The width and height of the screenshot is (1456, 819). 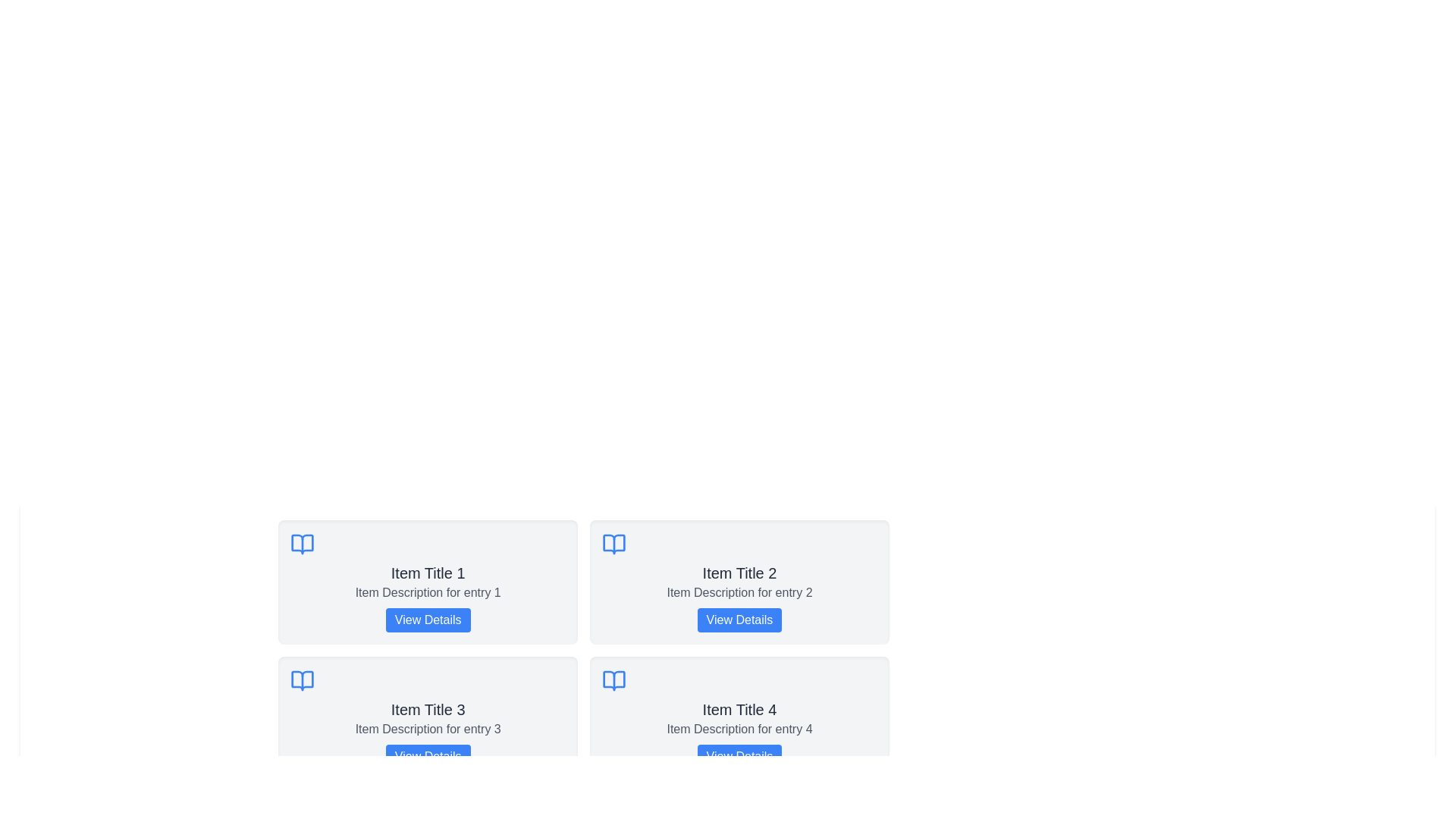 I want to click on the non-interactive text label providing additional information for 'Item Title 2', located in the middle section of the second card in the grid, so click(x=739, y=592).